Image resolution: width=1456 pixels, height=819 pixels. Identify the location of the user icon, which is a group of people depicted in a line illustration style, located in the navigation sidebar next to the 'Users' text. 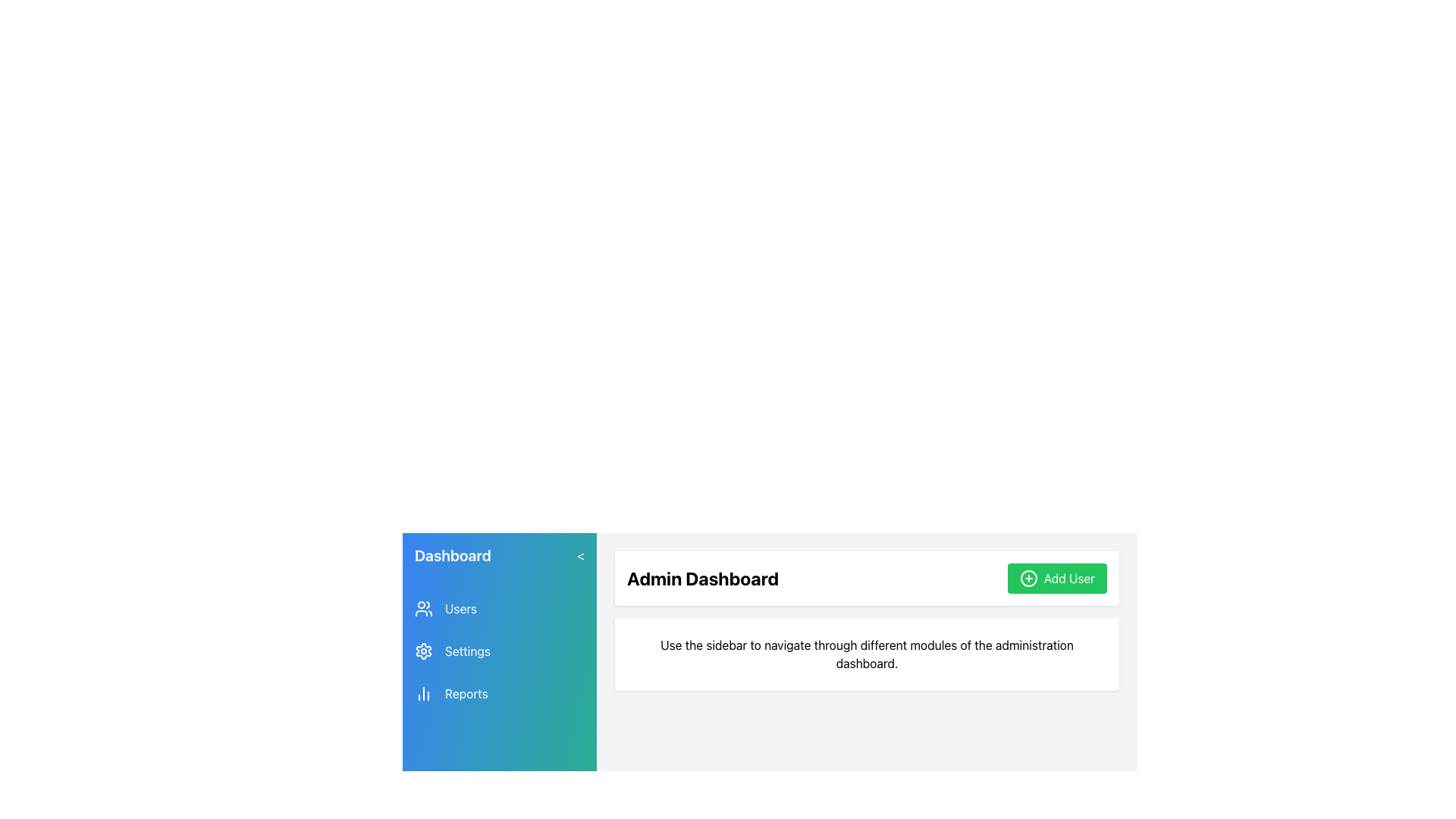
(423, 607).